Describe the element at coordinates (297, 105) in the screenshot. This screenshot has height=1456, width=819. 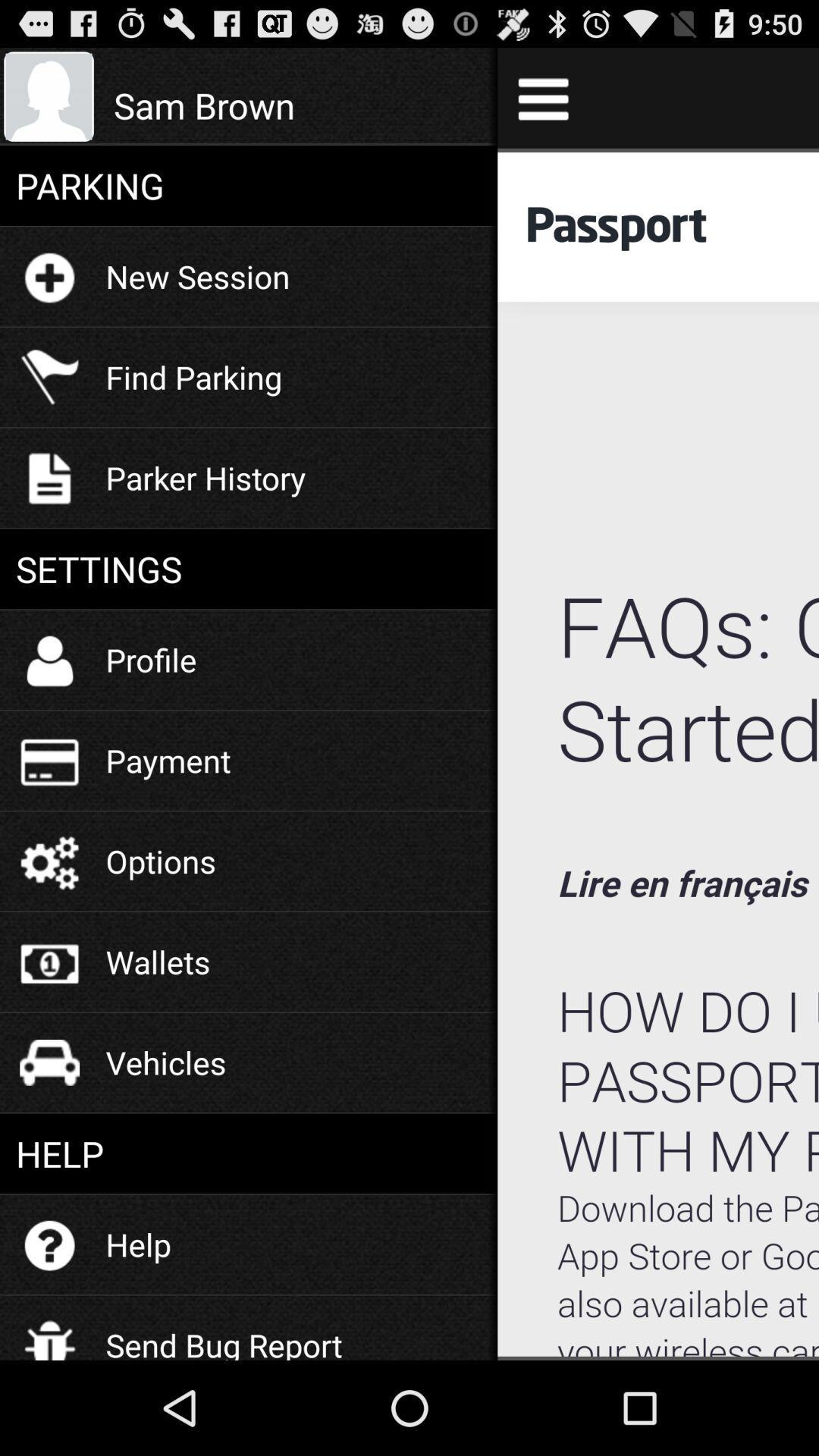
I see `sam` at that location.